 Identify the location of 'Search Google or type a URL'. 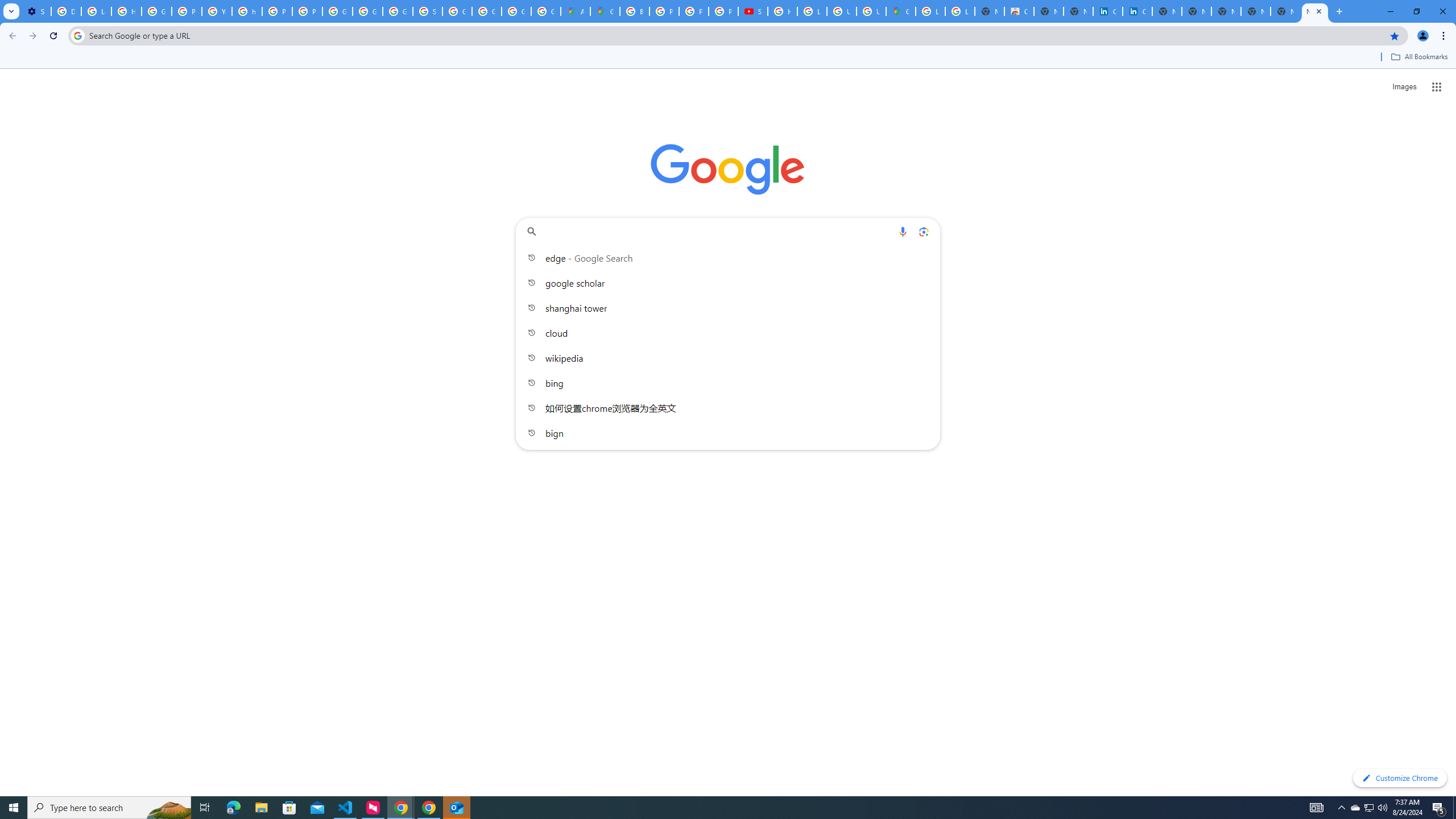
(728, 230).